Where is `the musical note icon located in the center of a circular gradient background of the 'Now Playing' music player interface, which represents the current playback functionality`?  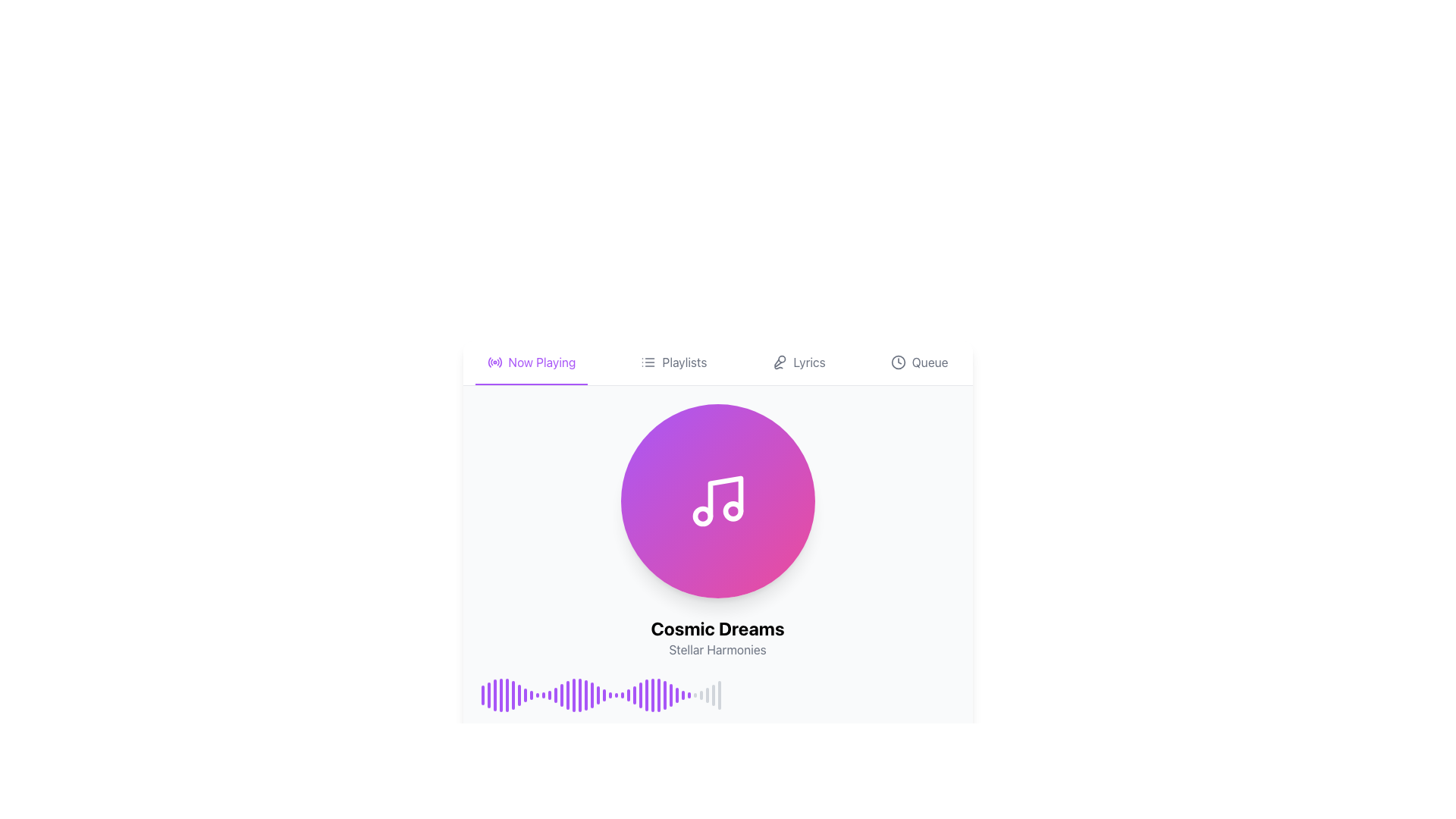
the musical note icon located in the center of a circular gradient background of the 'Now Playing' music player interface, which represents the current playback functionality is located at coordinates (717, 500).